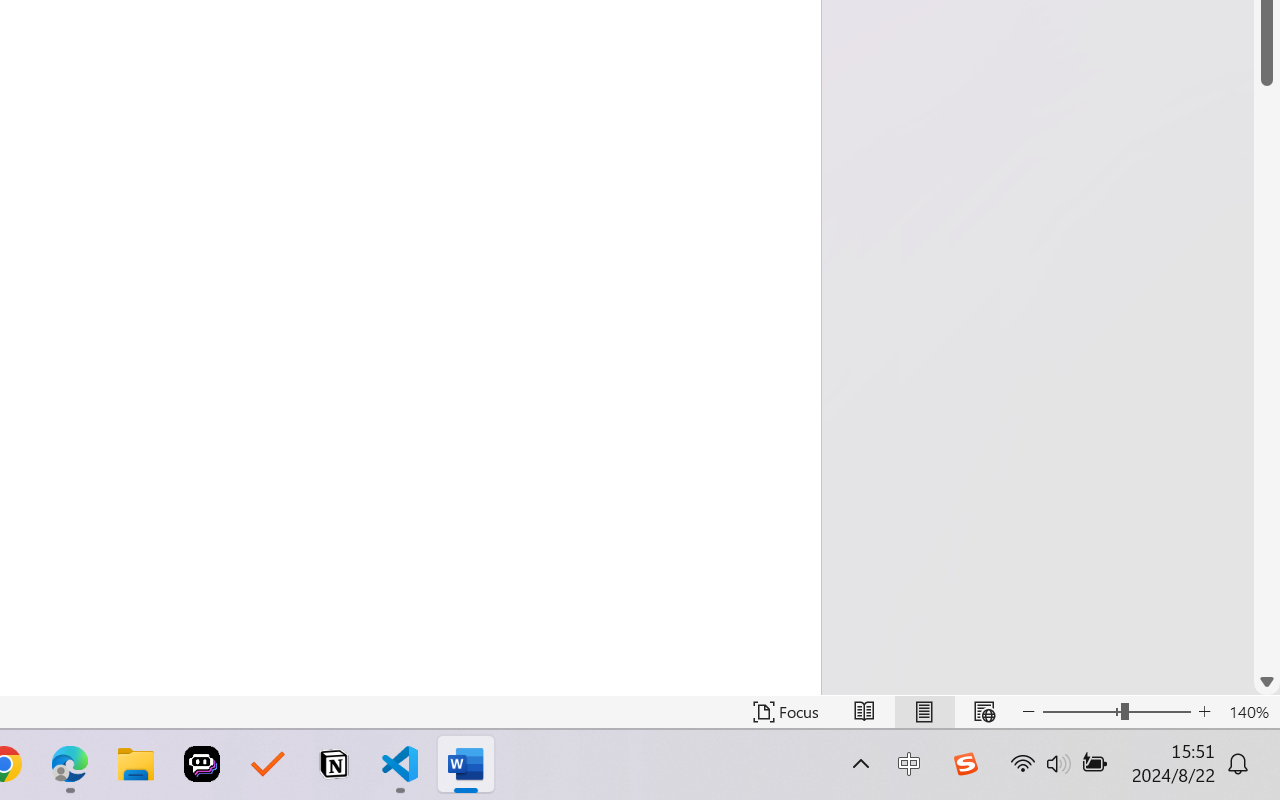 The height and width of the screenshot is (800, 1280). I want to click on 'Focus ', so click(785, 711).